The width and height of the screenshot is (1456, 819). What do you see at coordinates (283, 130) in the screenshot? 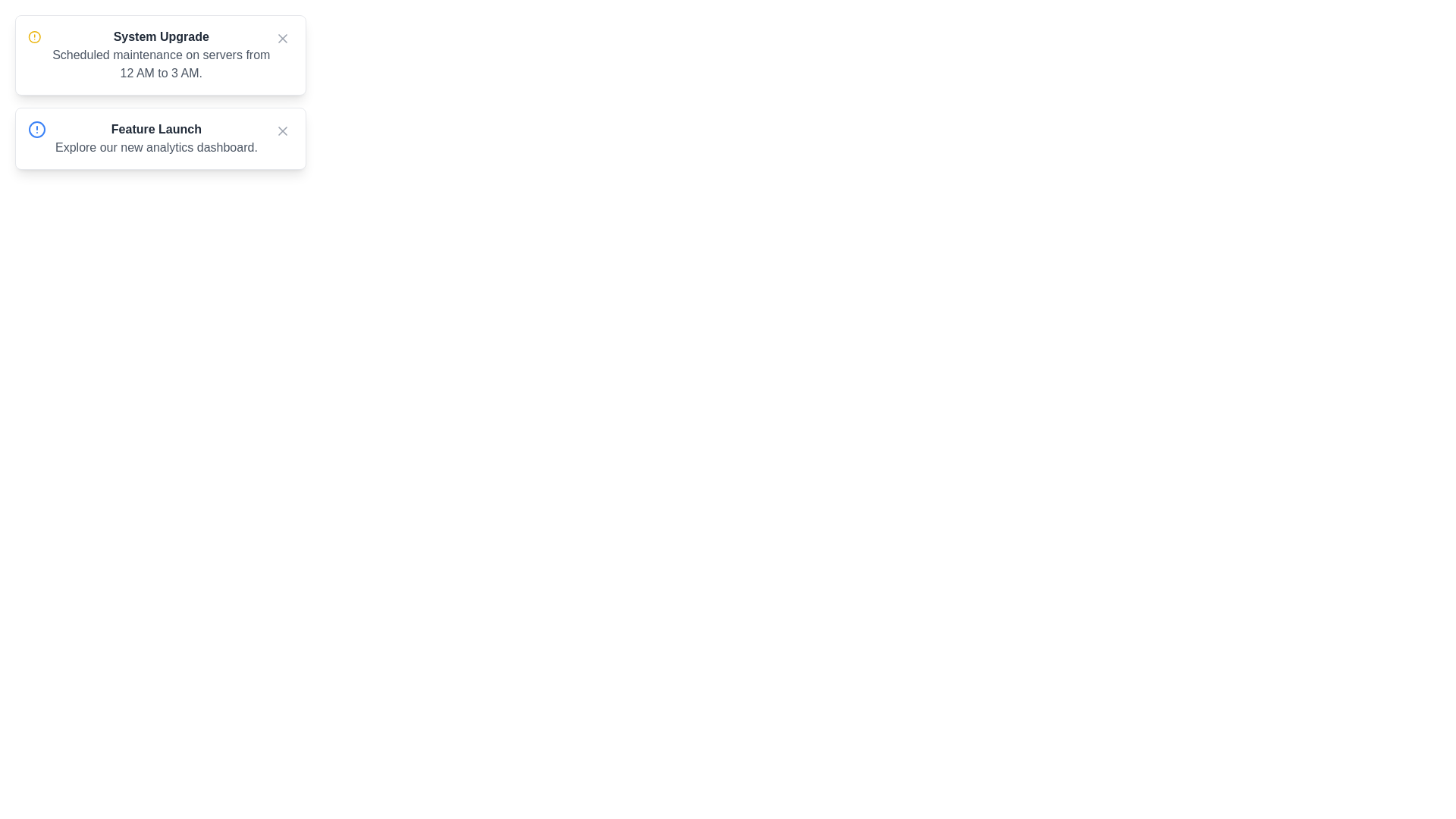
I see `the close button of the notification with title Feature Launch` at bounding box center [283, 130].